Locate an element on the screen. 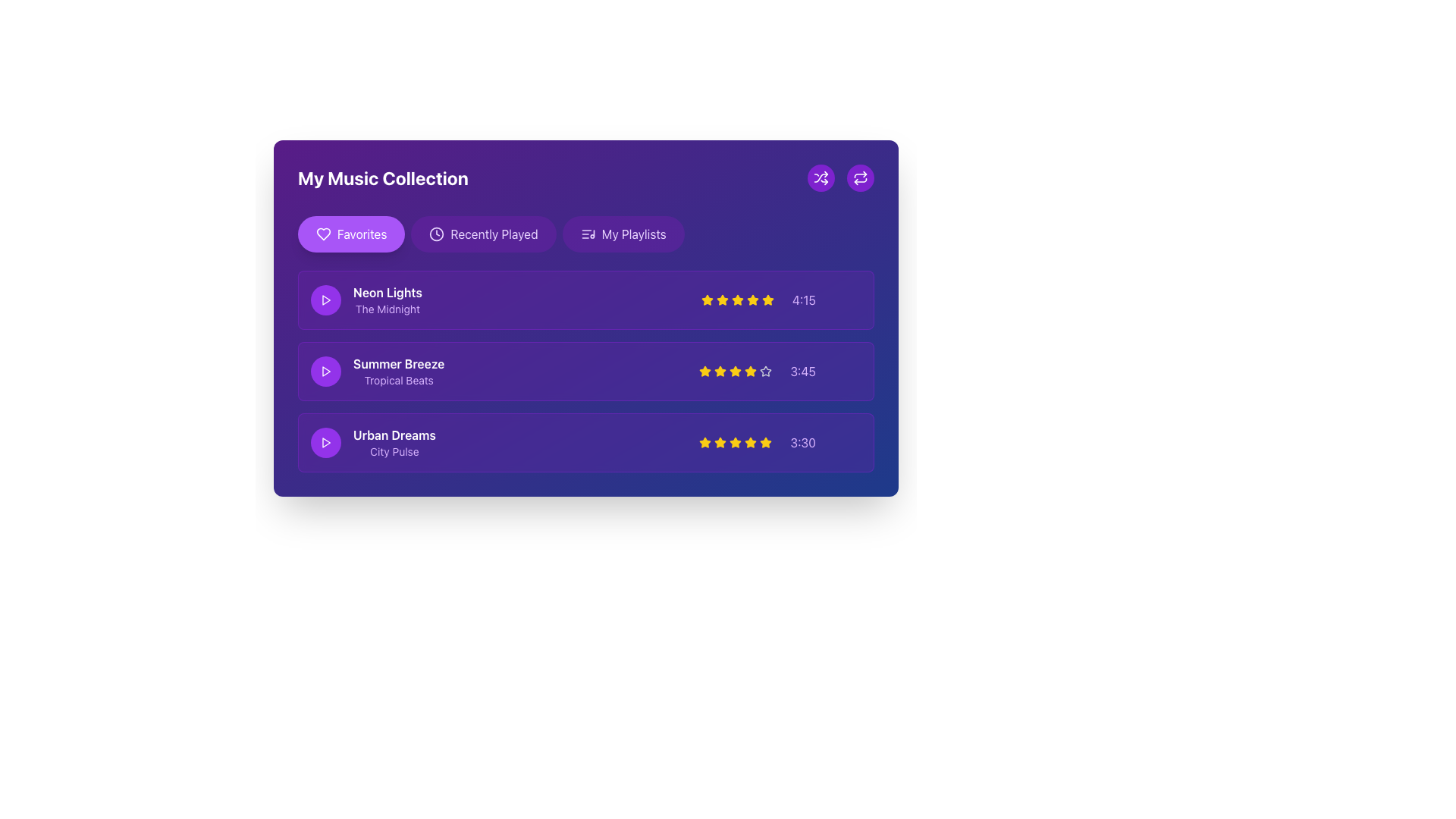 The width and height of the screenshot is (1456, 819). the 'Summer Breeze' text display, which is styled with bold white font and a purple-tinted background is located at coordinates (378, 371).